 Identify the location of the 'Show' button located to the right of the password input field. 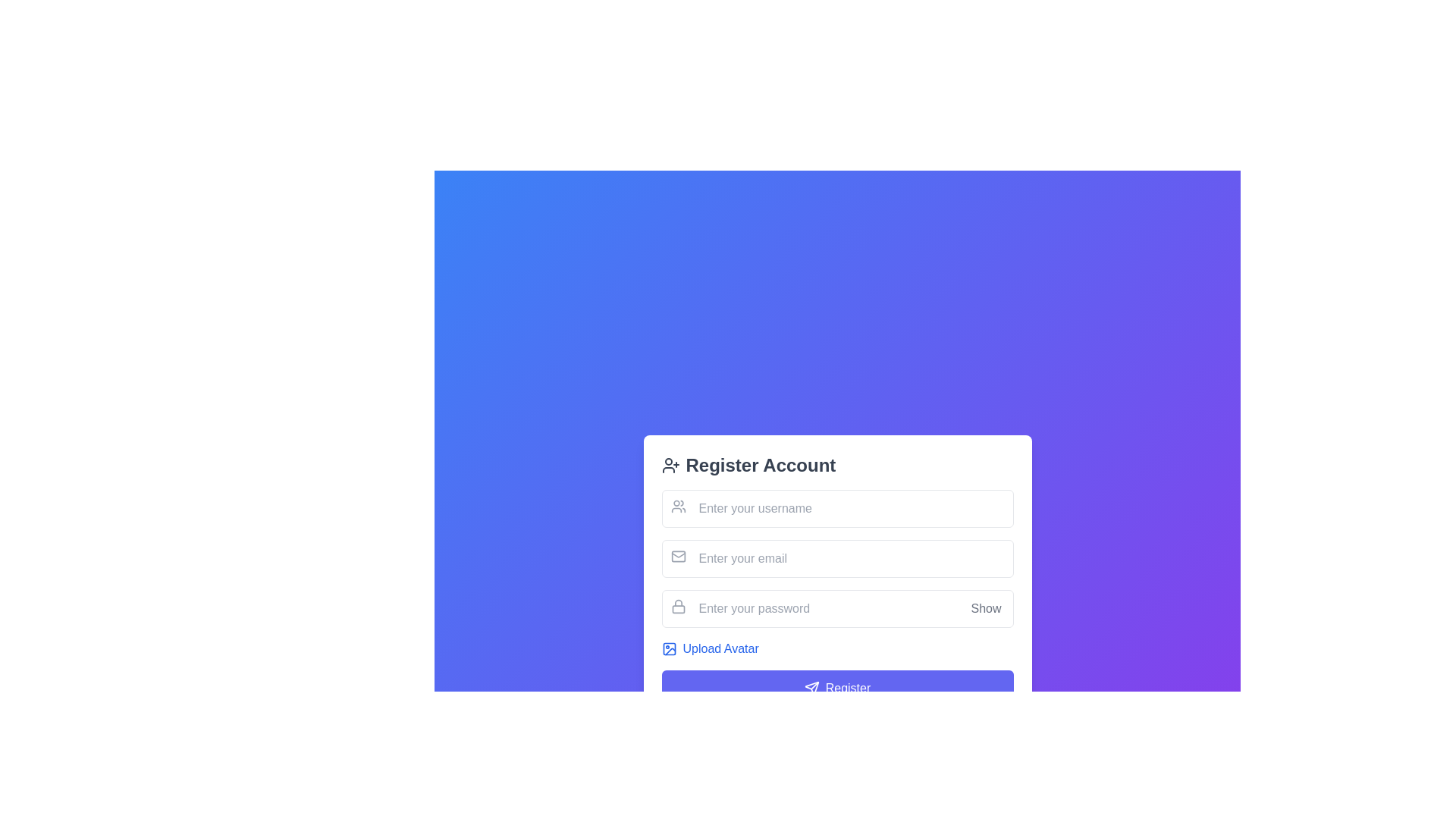
(986, 607).